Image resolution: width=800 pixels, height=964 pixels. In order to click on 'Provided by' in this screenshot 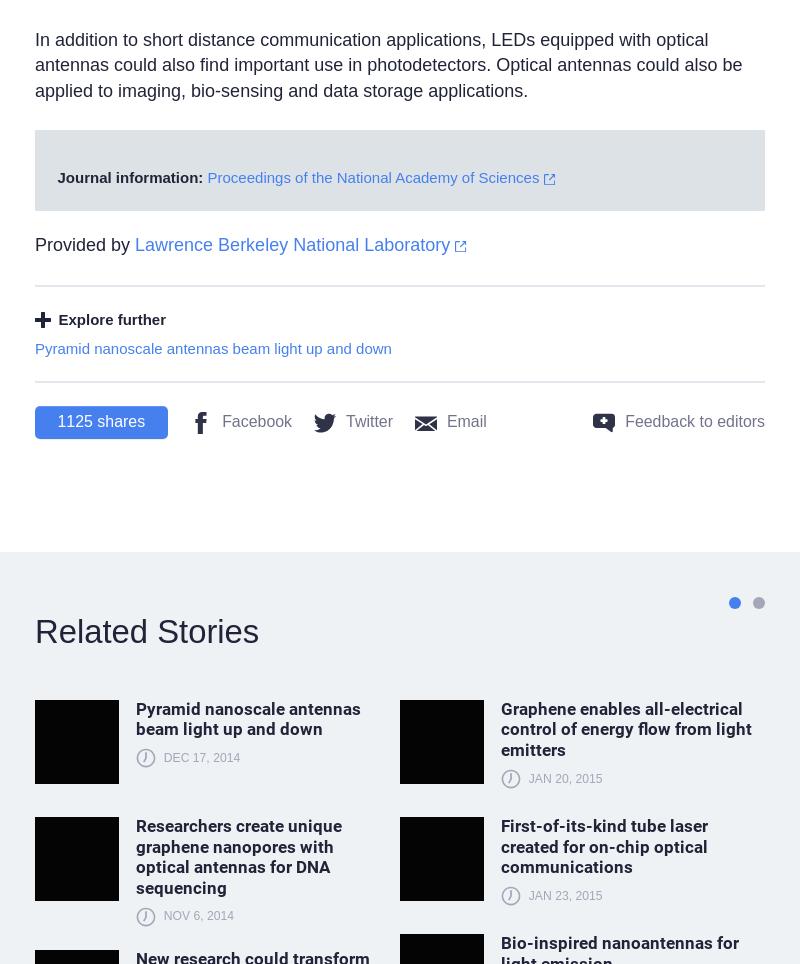, I will do `click(33, 243)`.